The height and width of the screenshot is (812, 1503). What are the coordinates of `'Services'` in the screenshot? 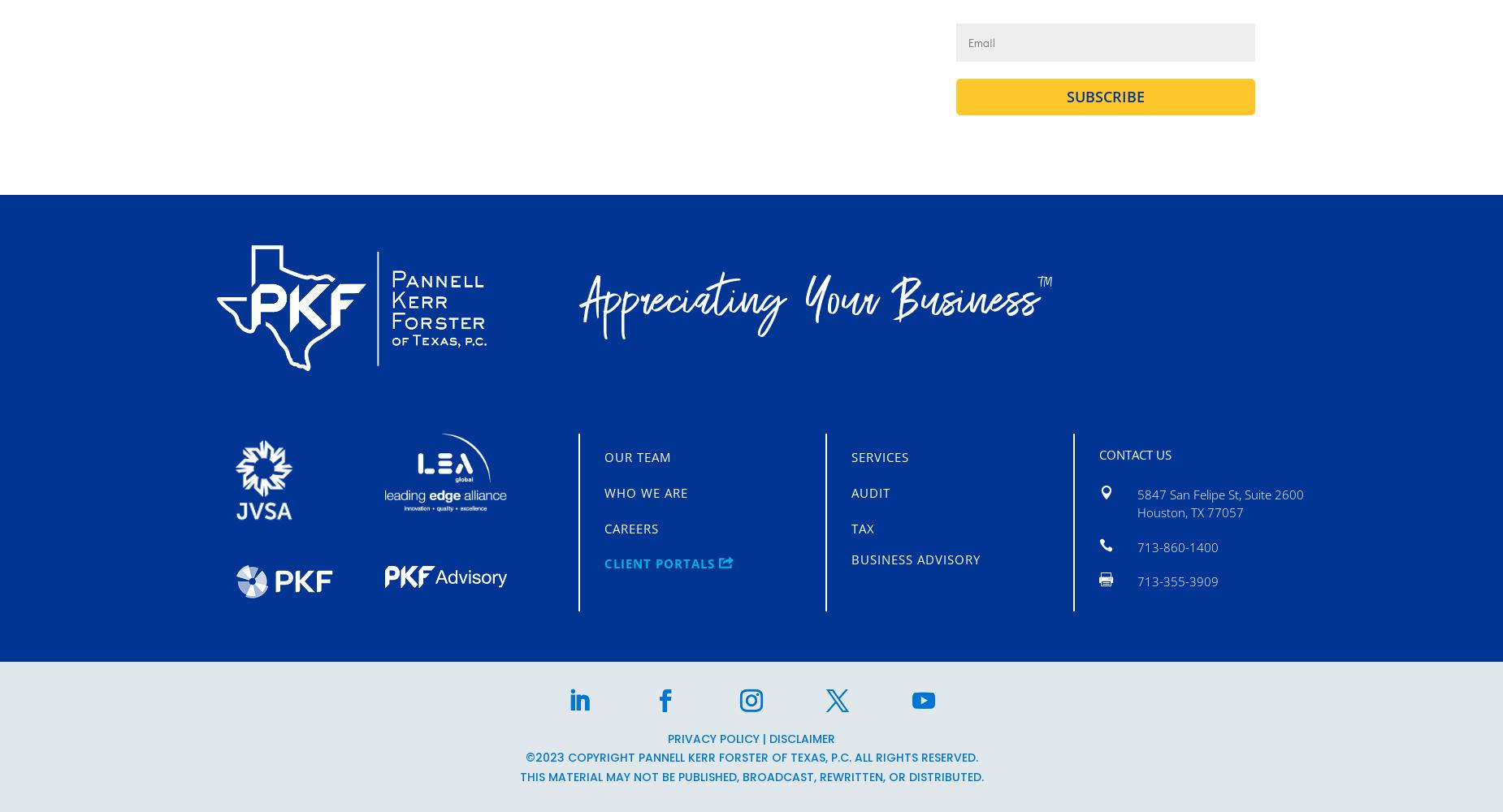 It's located at (879, 456).